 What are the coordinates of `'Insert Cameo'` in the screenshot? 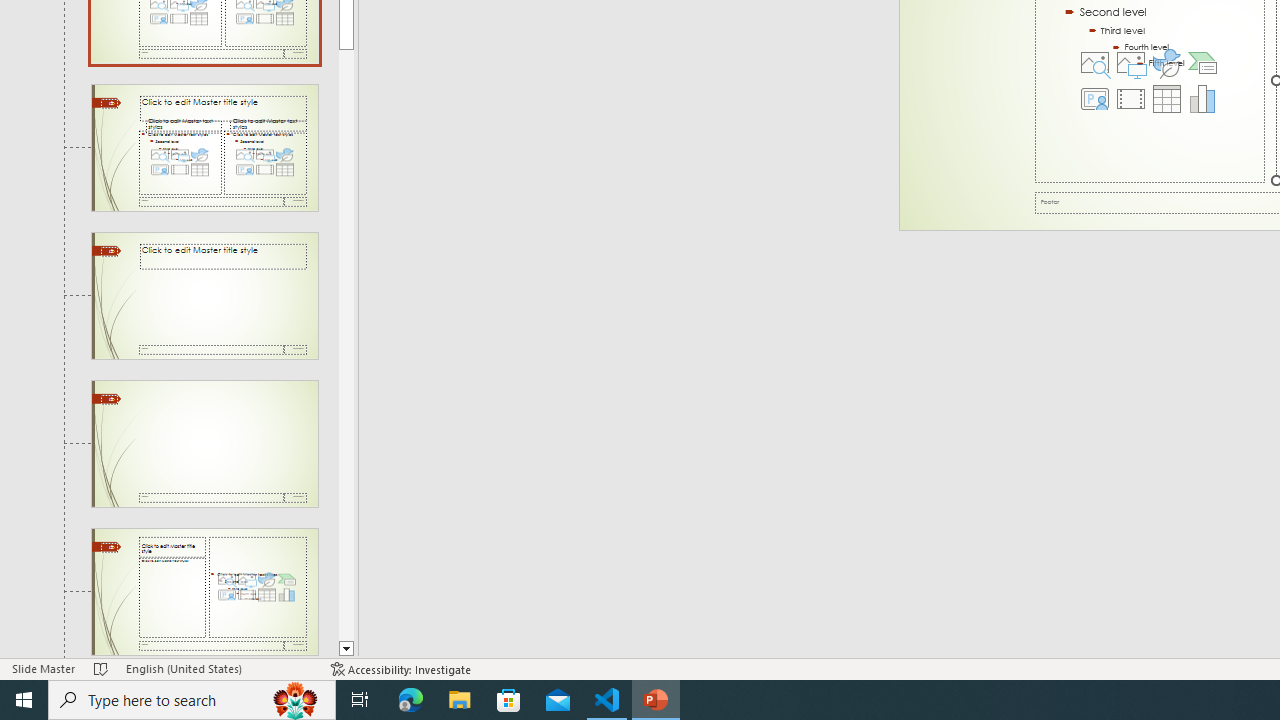 It's located at (1094, 99).